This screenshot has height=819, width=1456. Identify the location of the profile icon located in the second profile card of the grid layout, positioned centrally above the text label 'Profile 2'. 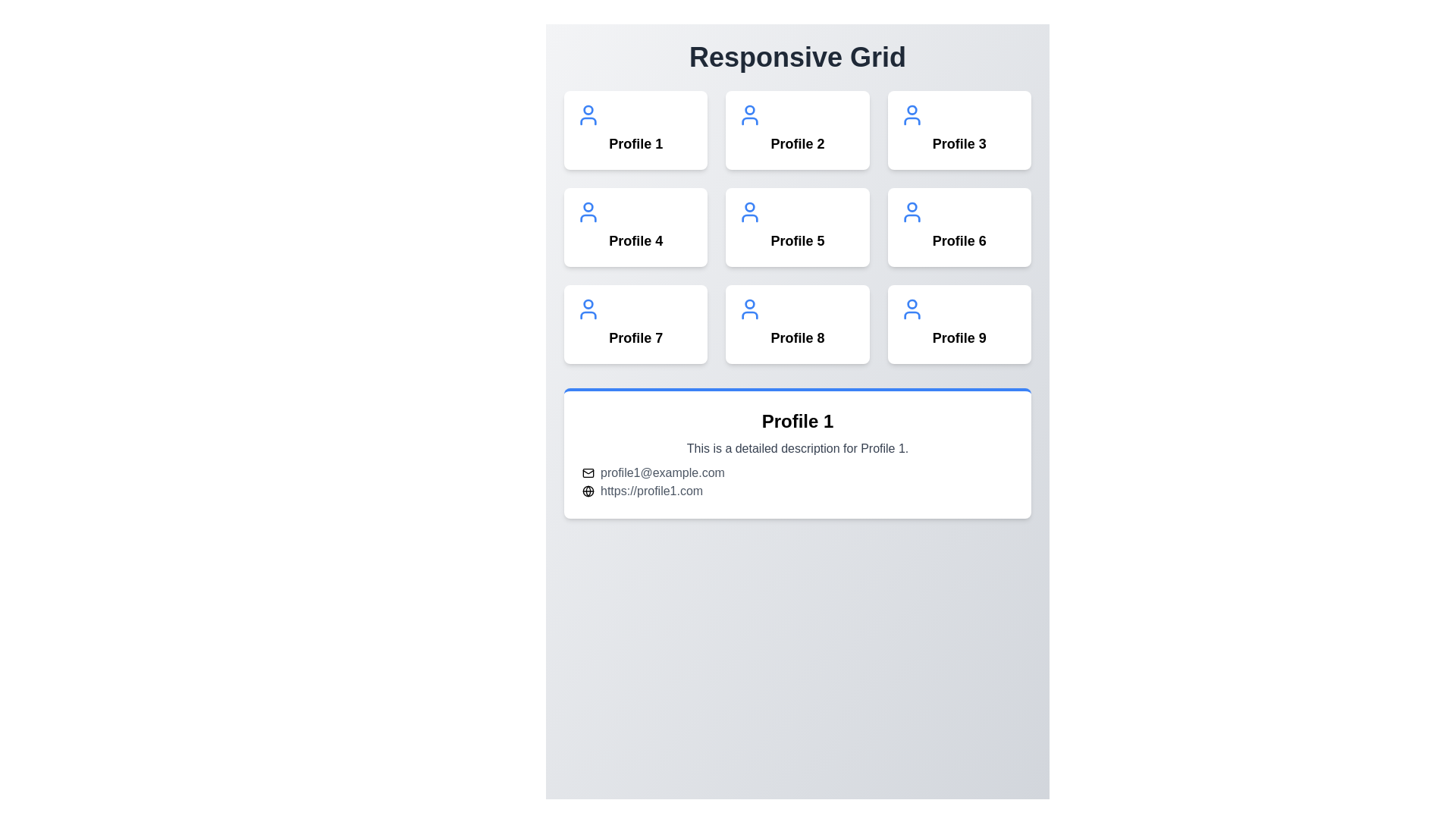
(750, 114).